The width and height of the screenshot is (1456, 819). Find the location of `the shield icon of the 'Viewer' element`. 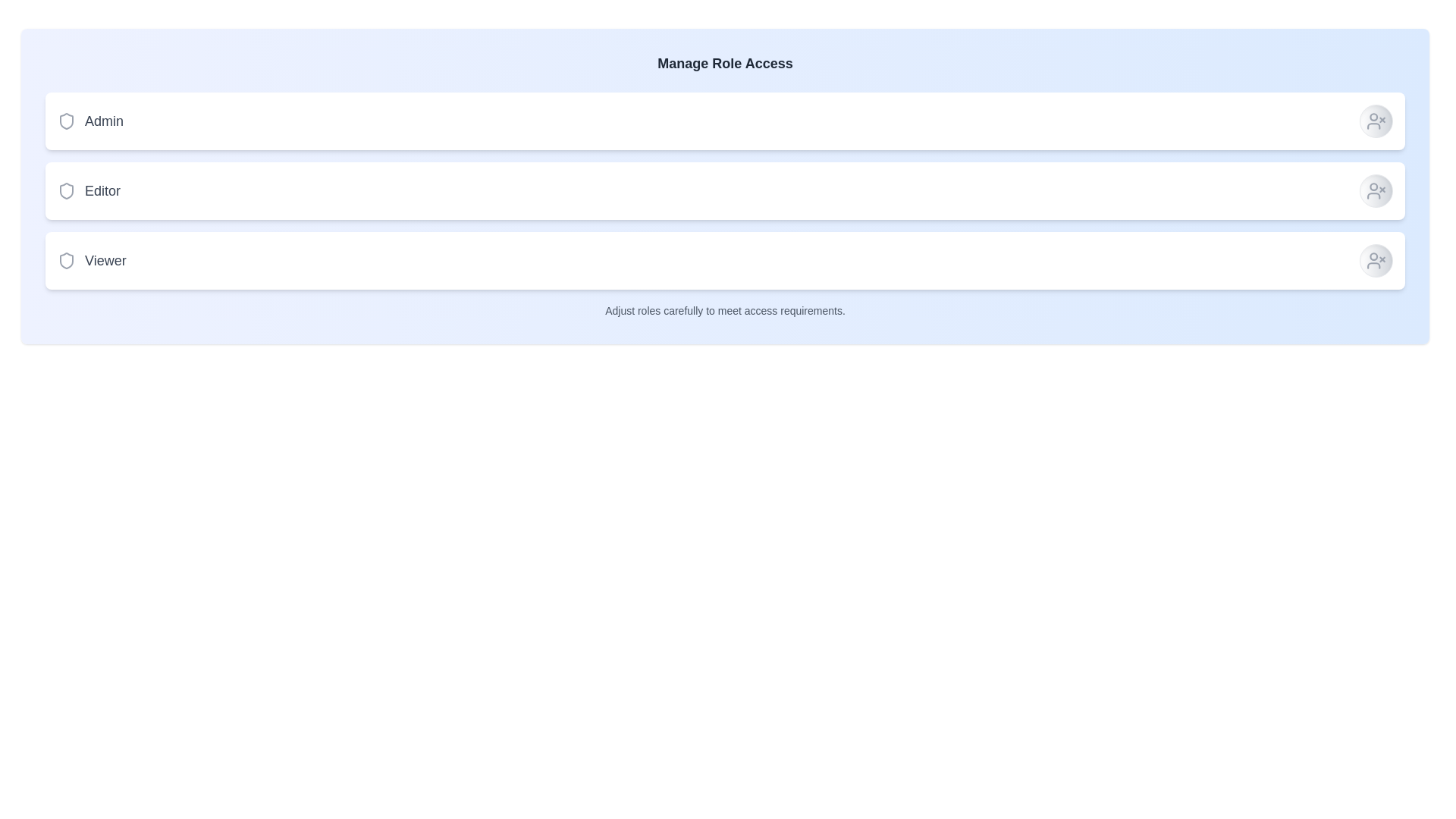

the shield icon of the 'Viewer' element is located at coordinates (91, 259).